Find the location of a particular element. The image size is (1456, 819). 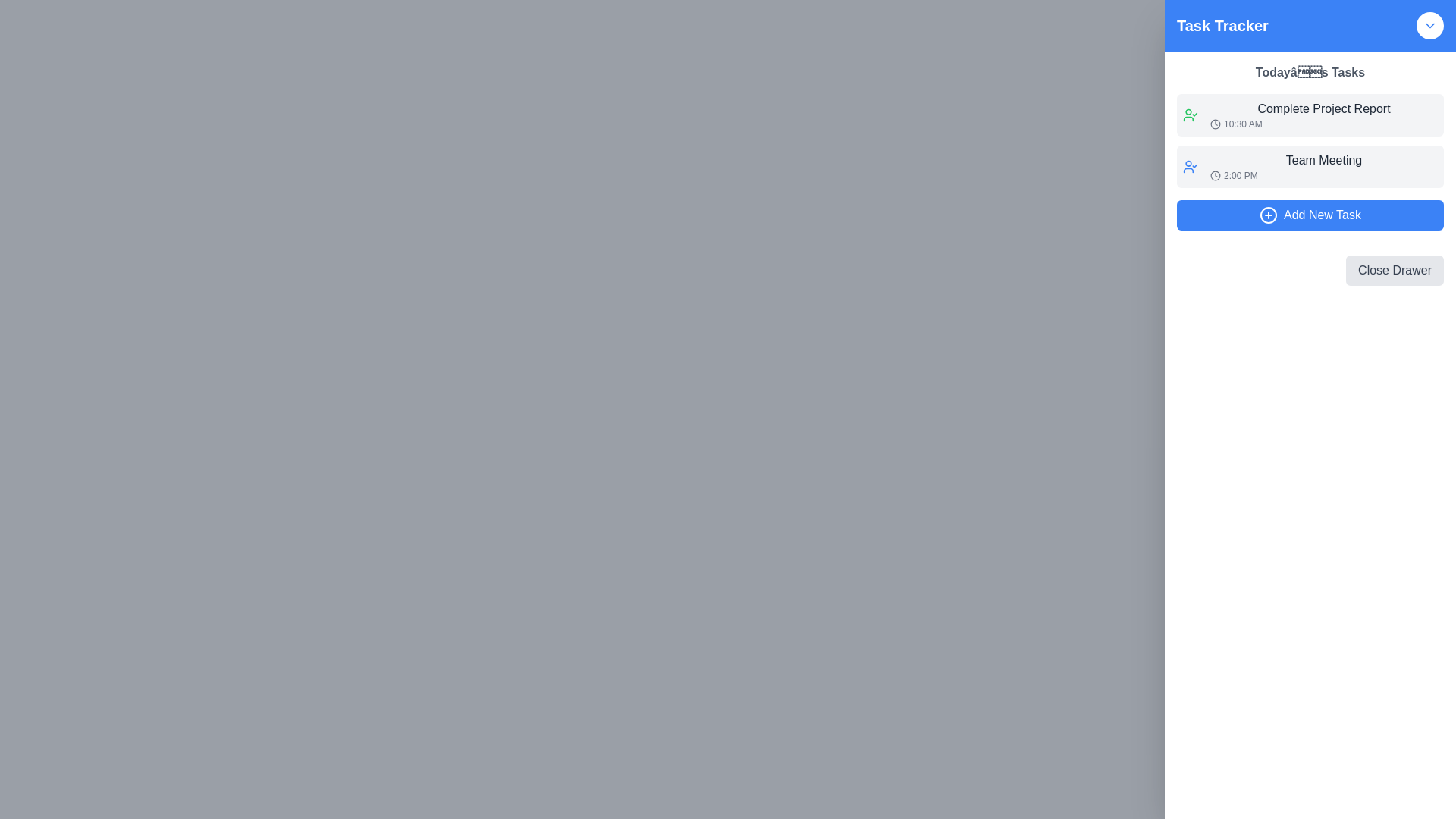

the 'Team Meeting' static text label with the subtext '2:00 PM' and adjacent clock icon in the 'Today's Tasks' section is located at coordinates (1323, 166).